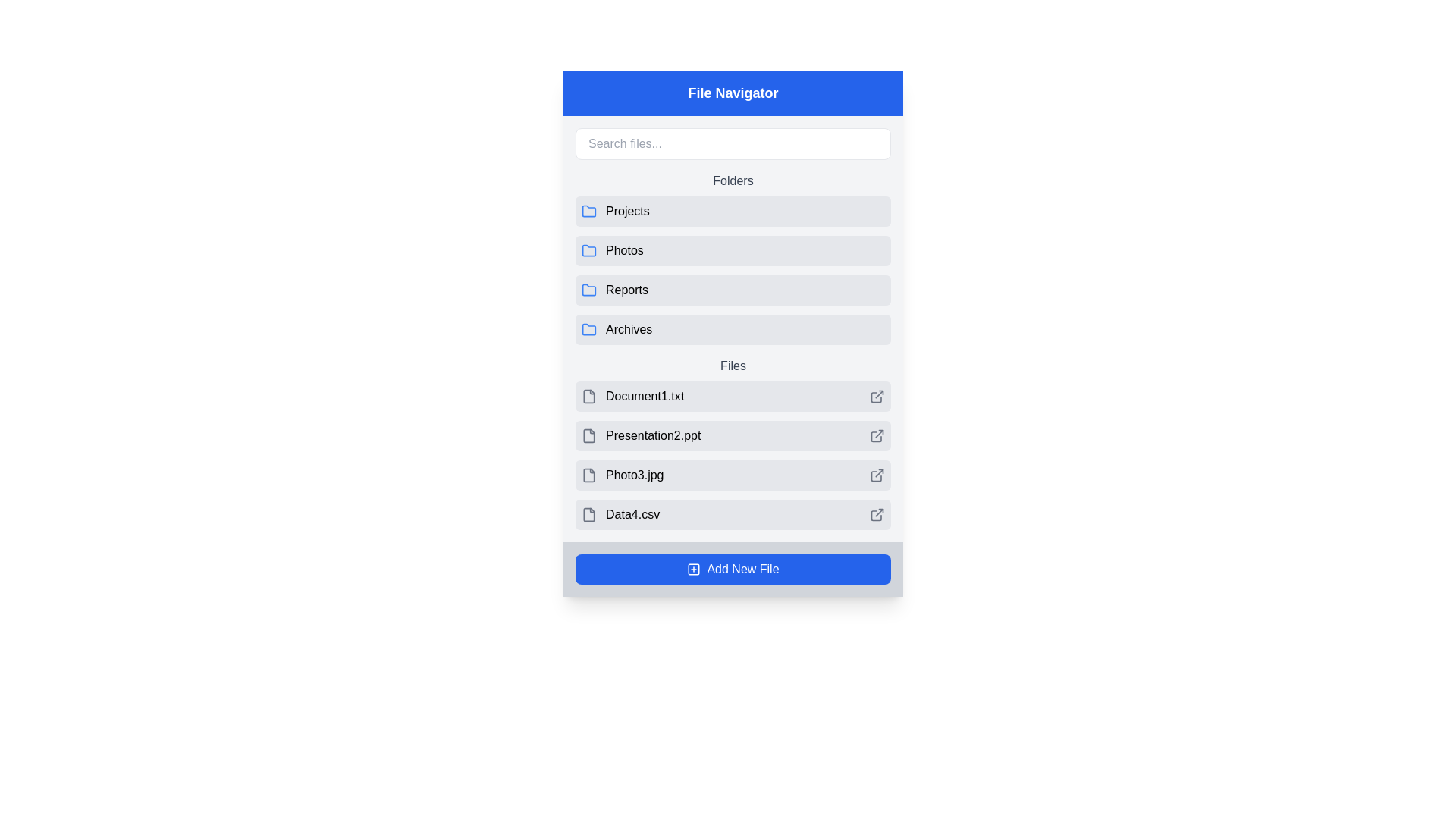 Image resolution: width=1456 pixels, height=819 pixels. I want to click on the button at the bottom of the 'File Navigator' panel, so click(733, 570).